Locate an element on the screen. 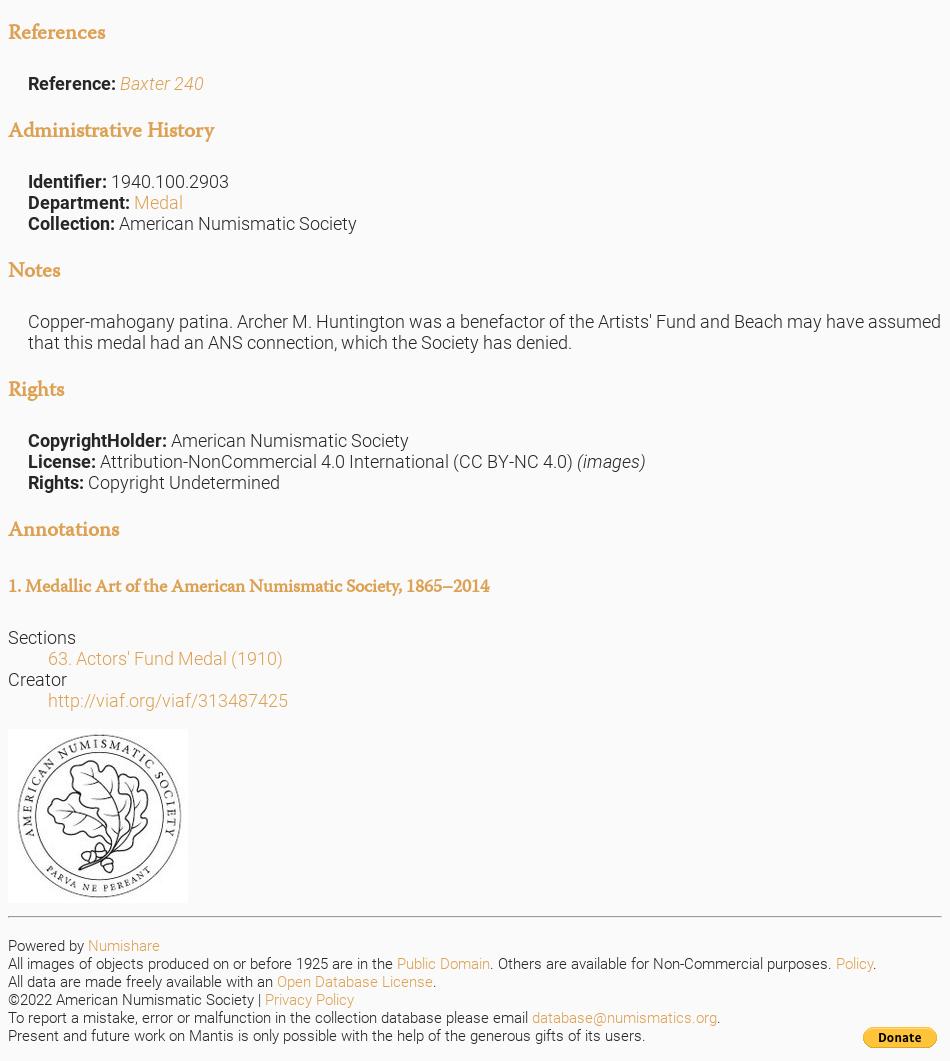 Image resolution: width=950 pixels, height=1061 pixels. 'Identifier:' is located at coordinates (69, 179).